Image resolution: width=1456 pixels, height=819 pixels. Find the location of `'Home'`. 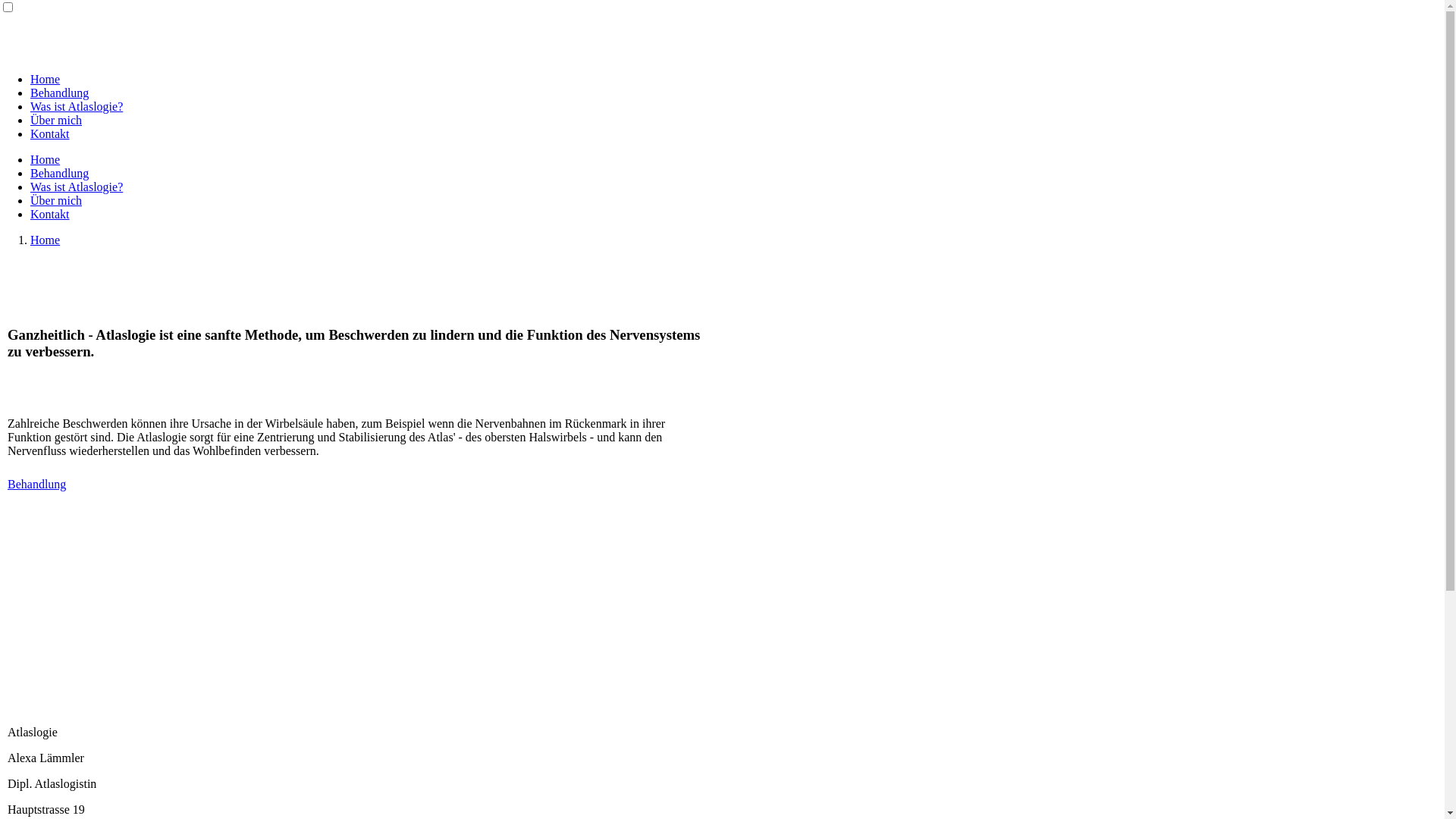

'Home' is located at coordinates (30, 159).